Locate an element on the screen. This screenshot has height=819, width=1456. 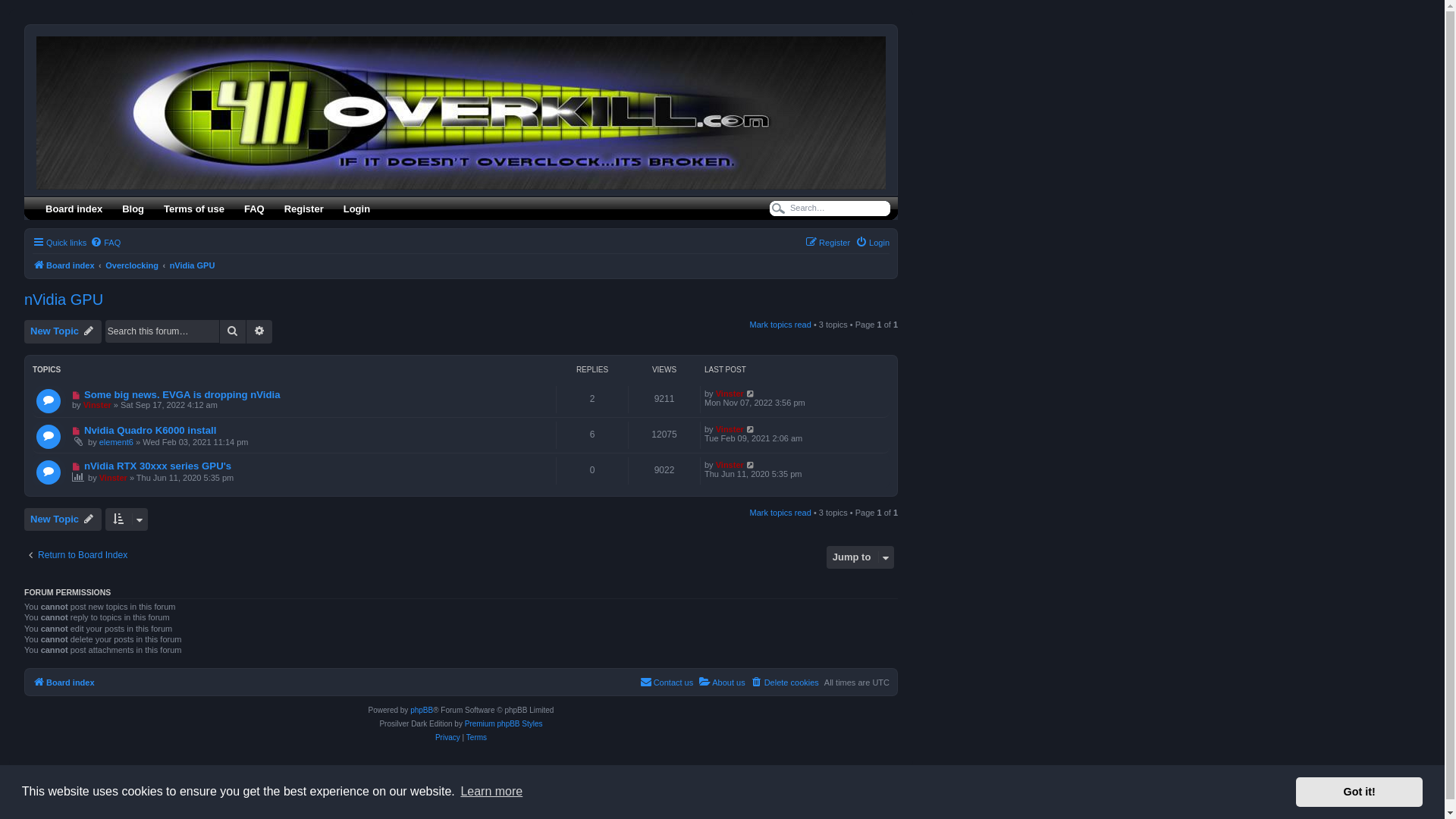
'FAQ' is located at coordinates (254, 208).